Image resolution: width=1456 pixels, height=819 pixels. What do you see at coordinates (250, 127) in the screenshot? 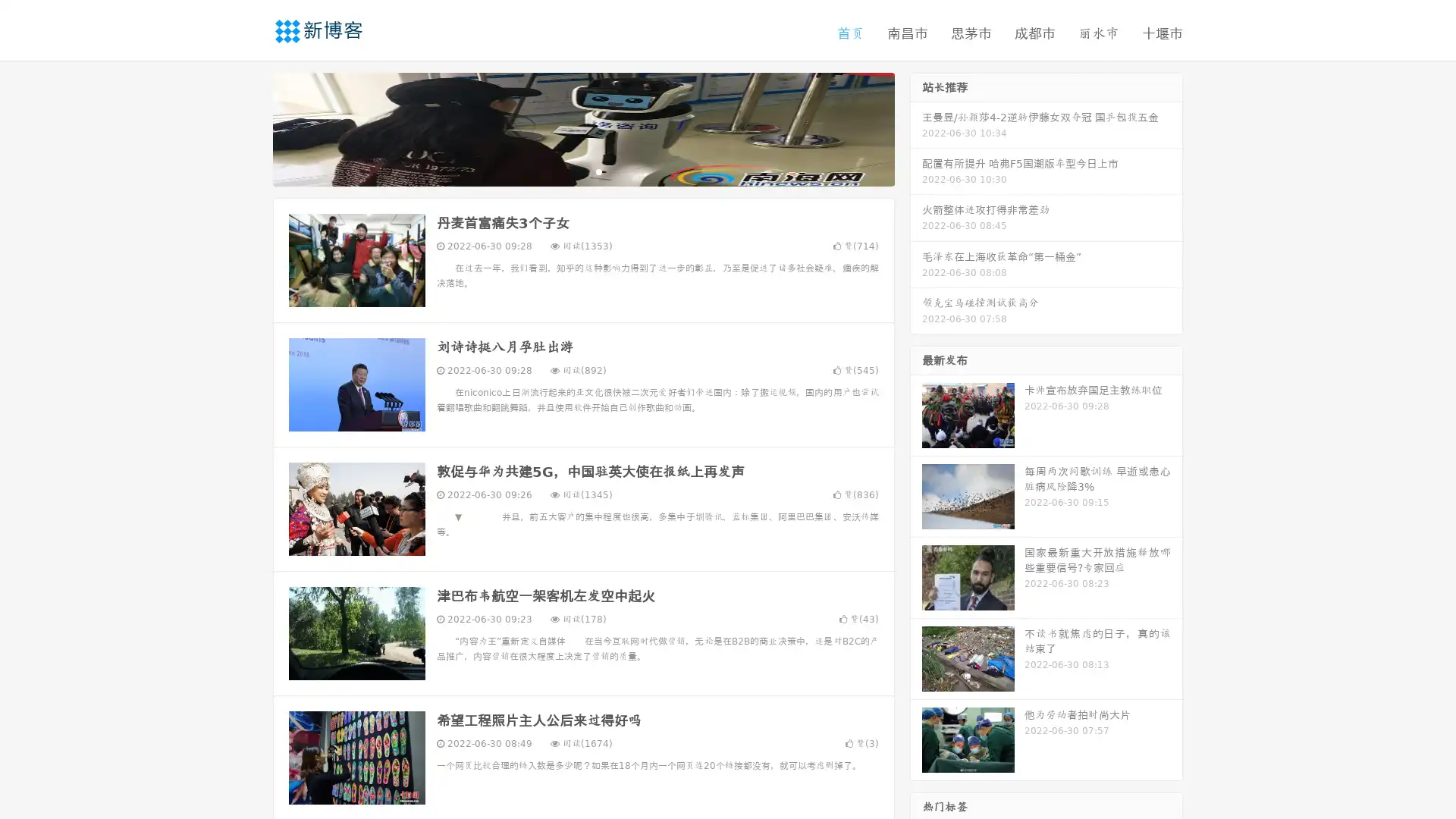
I see `Previous slide` at bounding box center [250, 127].